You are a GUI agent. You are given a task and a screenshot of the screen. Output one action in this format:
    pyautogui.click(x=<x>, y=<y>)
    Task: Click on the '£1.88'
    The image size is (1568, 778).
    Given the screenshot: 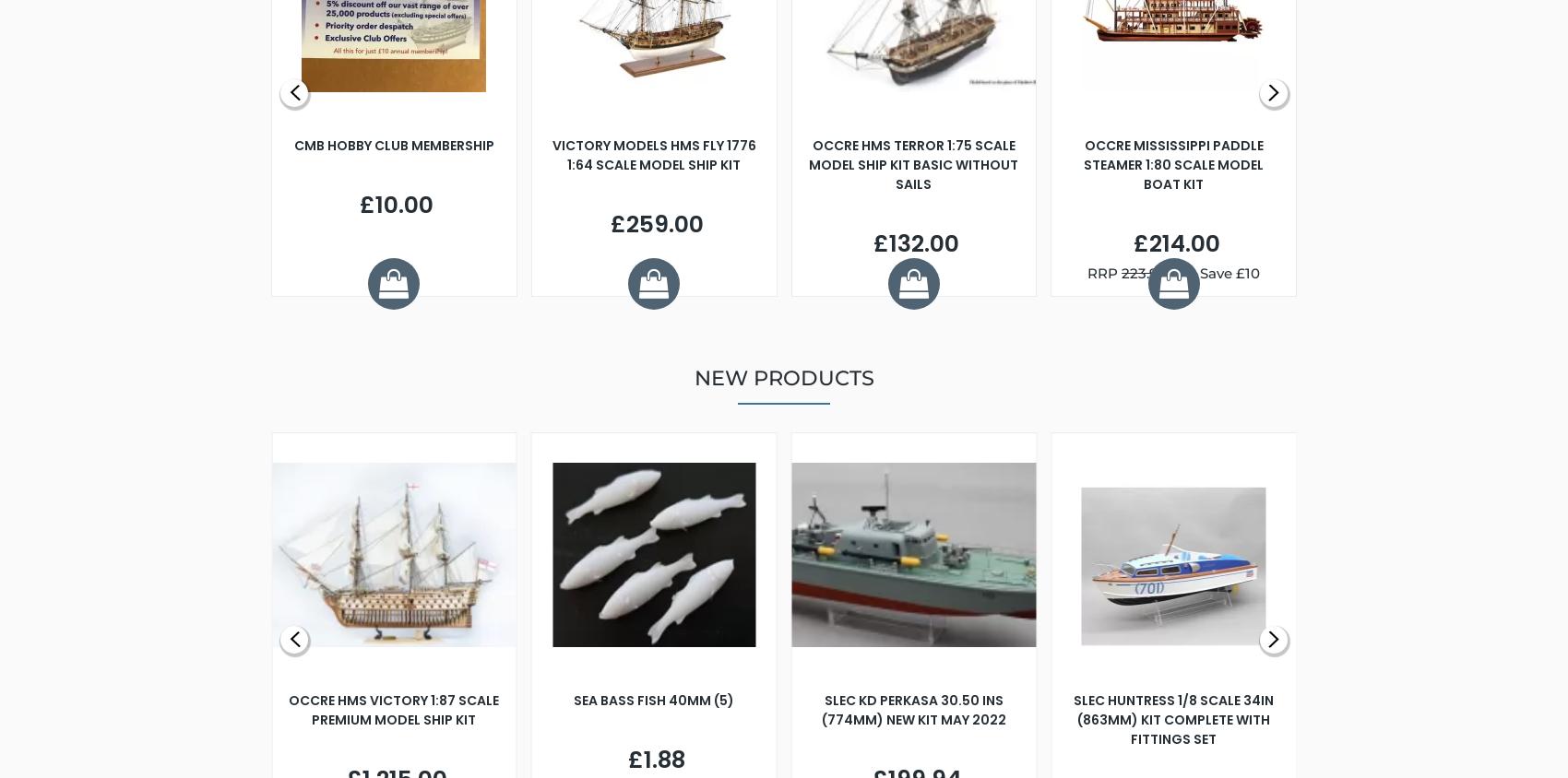 What is the action you would take?
    pyautogui.click(x=654, y=759)
    